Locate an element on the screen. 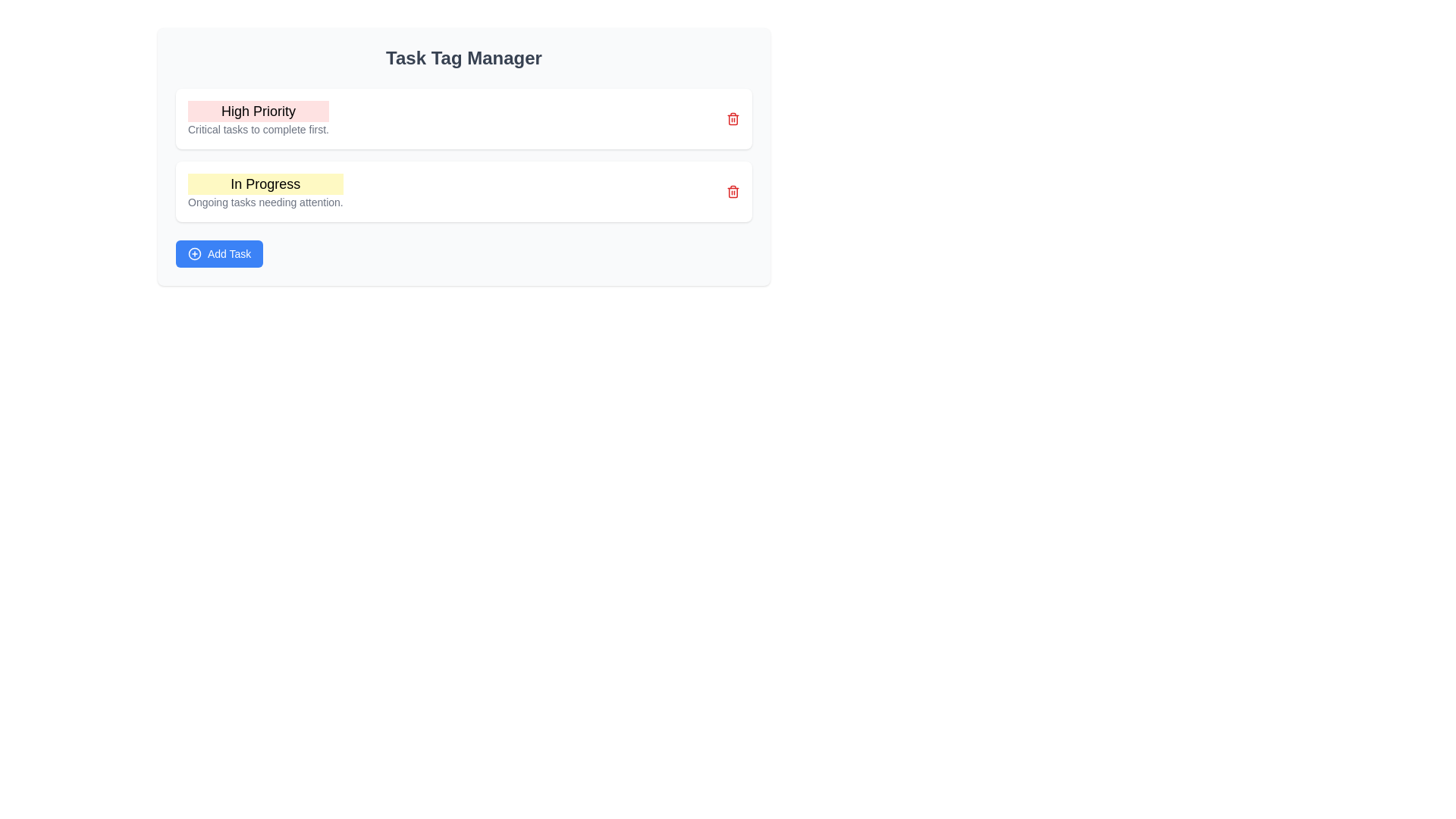  the circular graphical element that serves as the outer boundary of the 'Add Task' button's icon, which contains the cross symbol for adding a new task is located at coordinates (194, 253).